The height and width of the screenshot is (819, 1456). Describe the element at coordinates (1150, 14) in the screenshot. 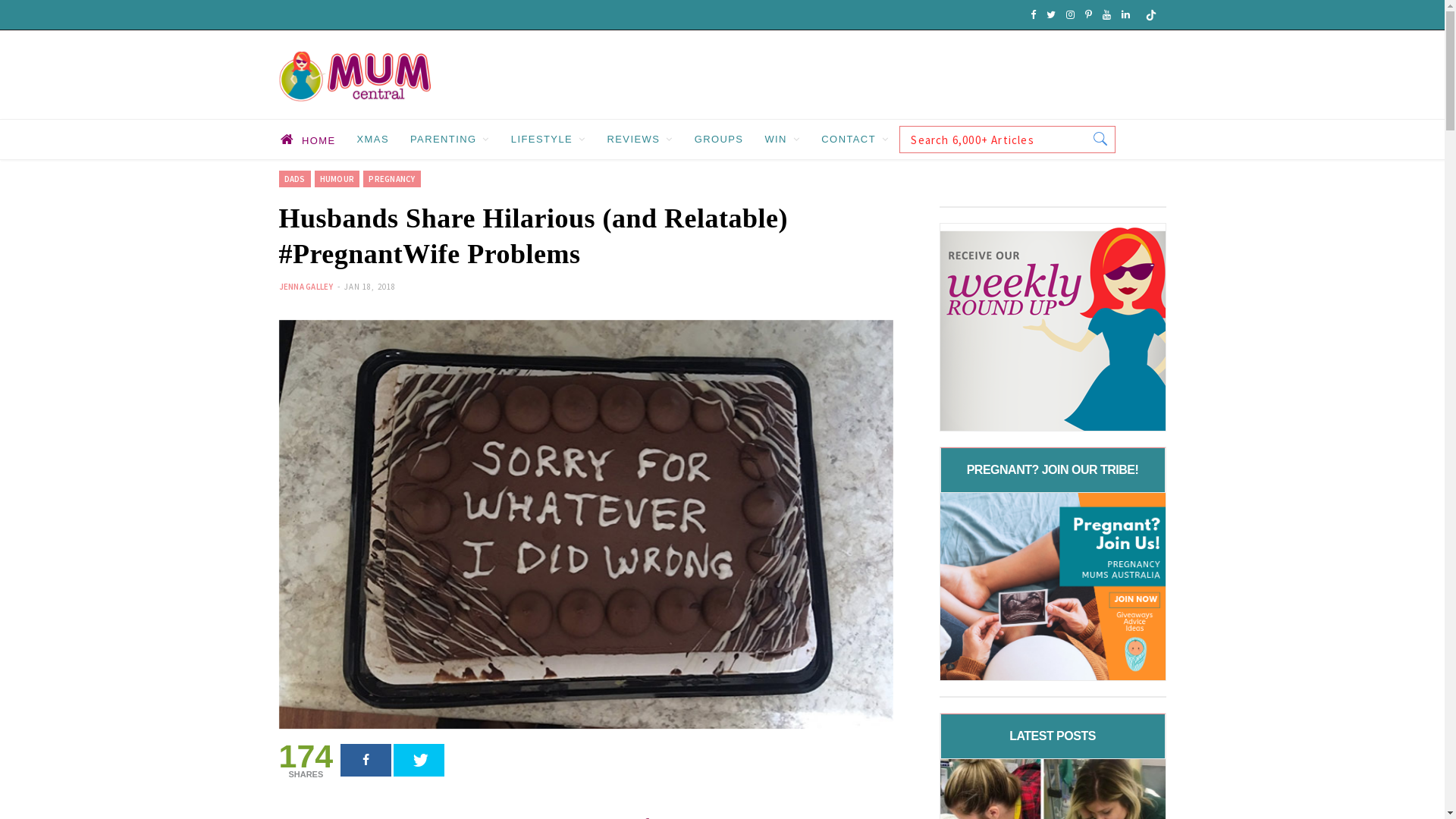

I see `'SoundCloud'` at that location.